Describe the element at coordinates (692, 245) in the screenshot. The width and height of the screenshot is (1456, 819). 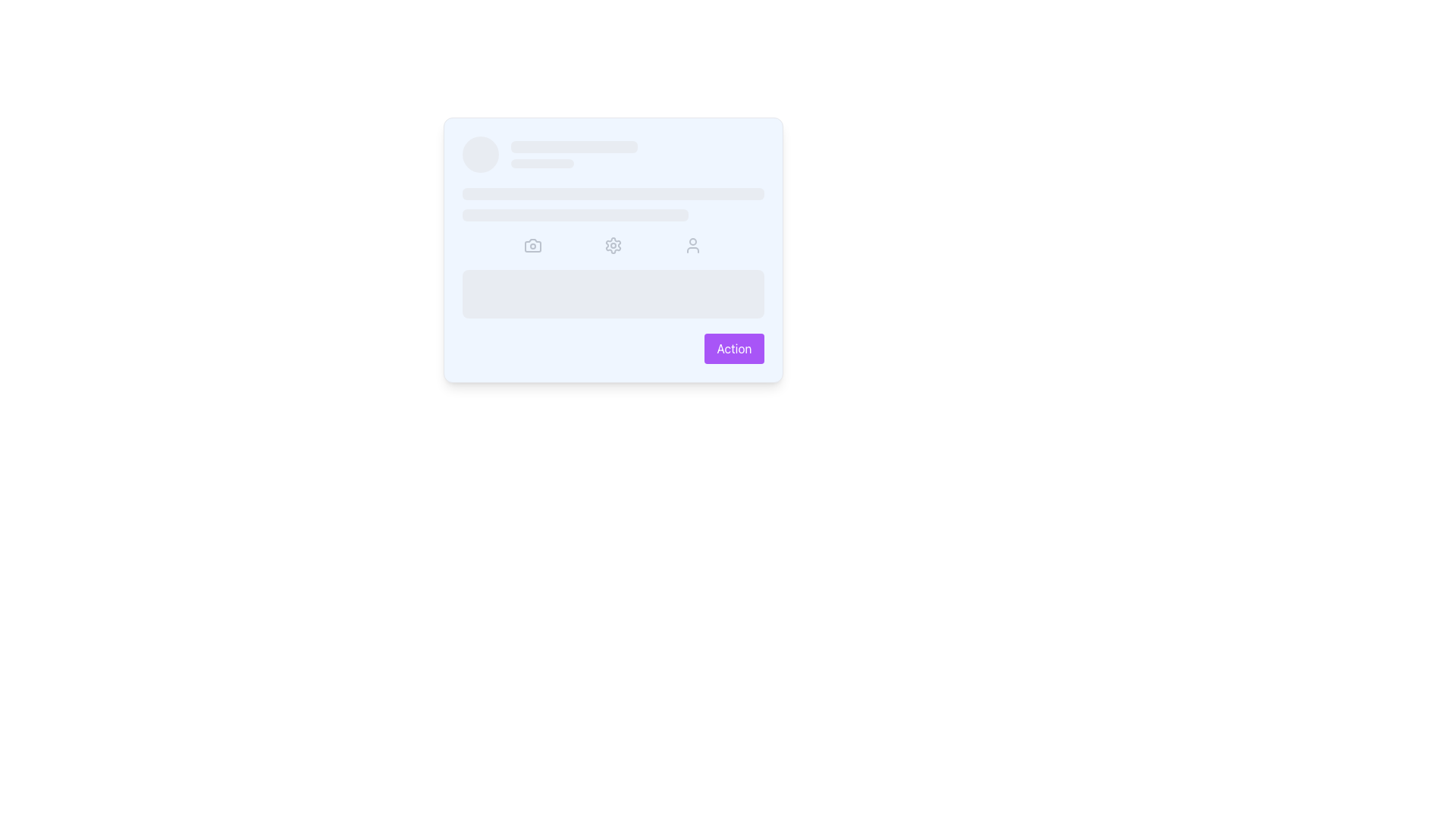
I see `the user icon, which is a gray outlined person figure with a subtle pulse animation` at that location.